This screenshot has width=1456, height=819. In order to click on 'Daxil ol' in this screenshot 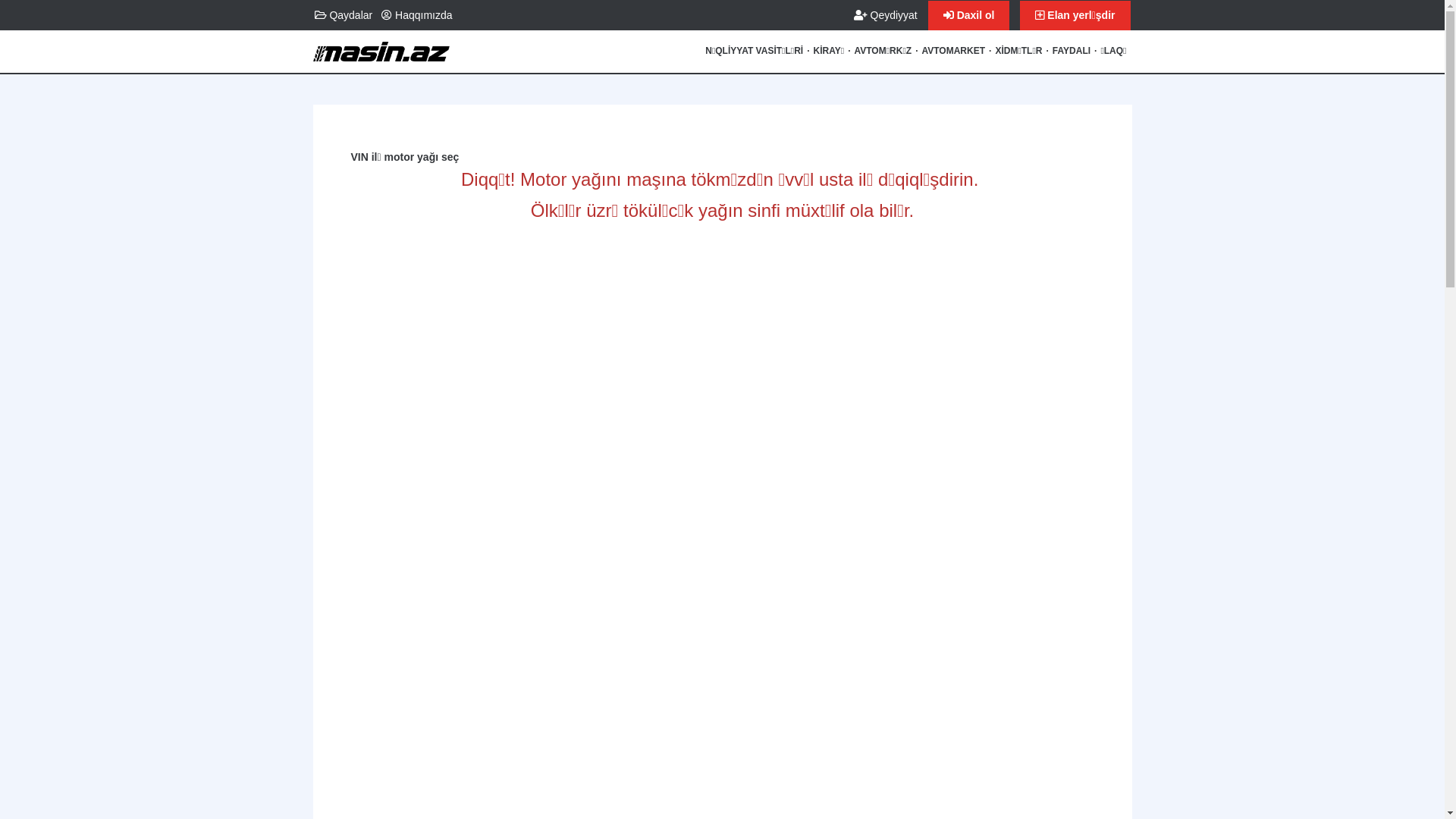, I will do `click(927, 15)`.